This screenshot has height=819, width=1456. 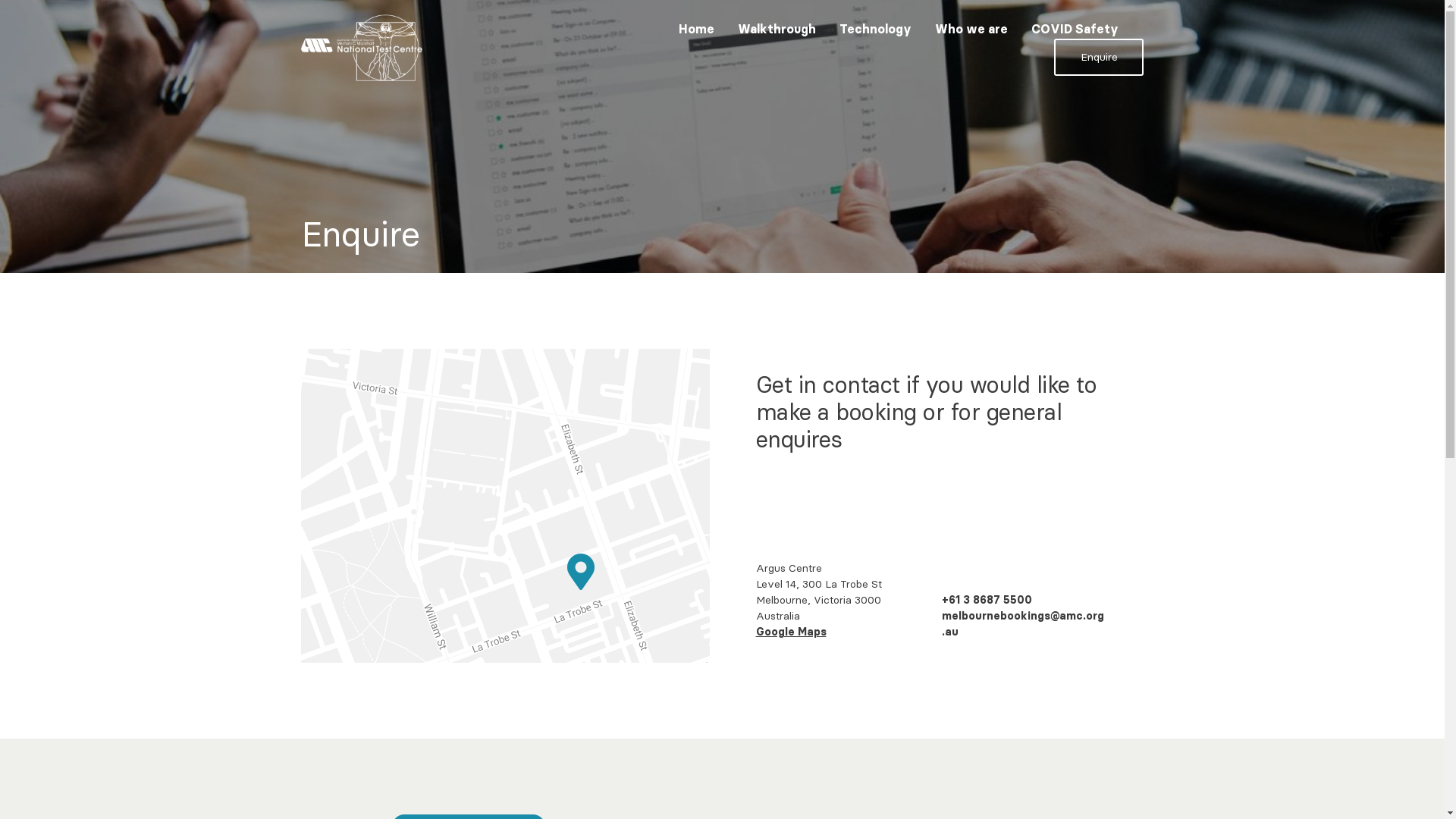 What do you see at coordinates (777, 29) in the screenshot?
I see `'Walkthrough'` at bounding box center [777, 29].